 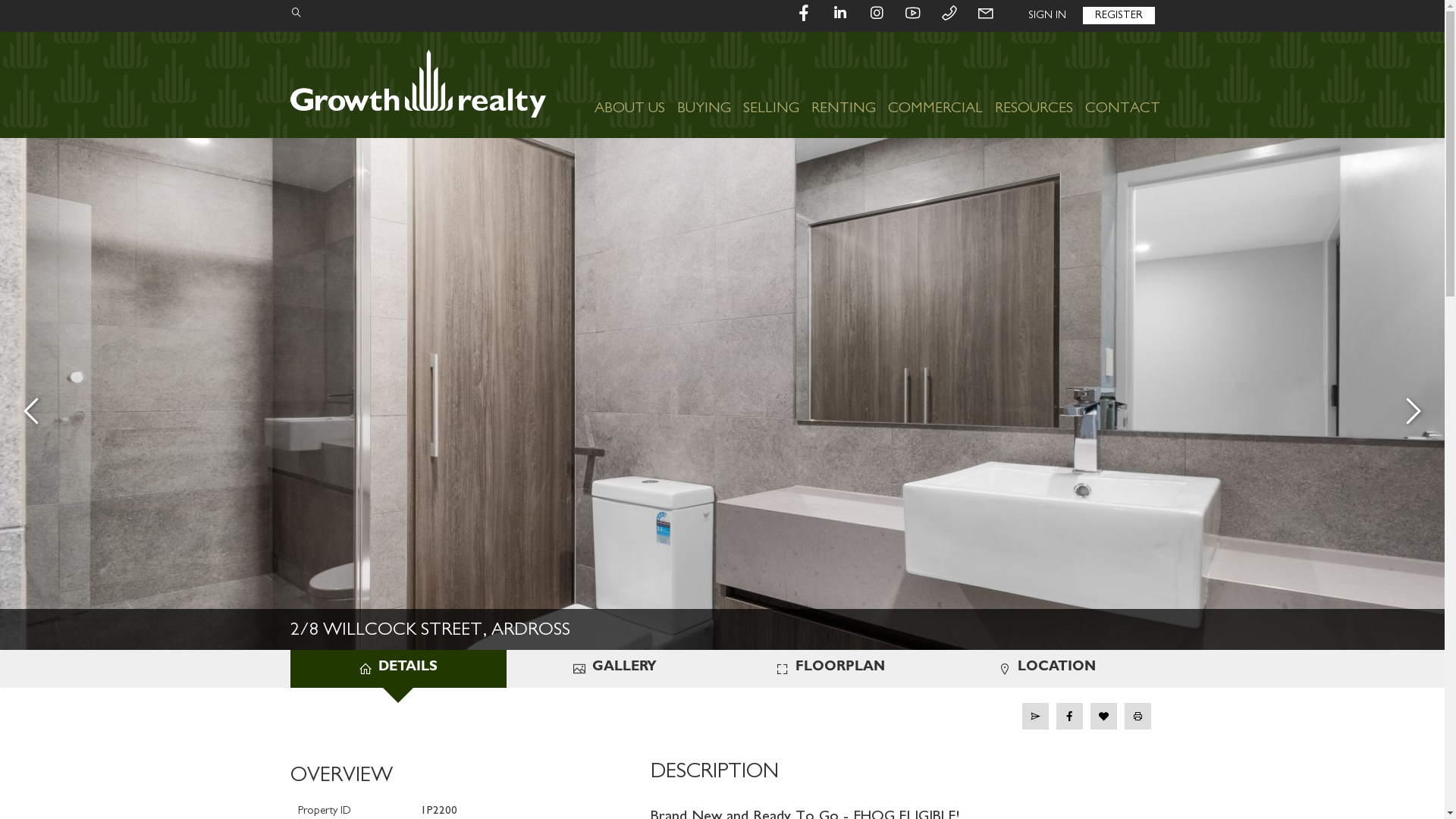 I want to click on 'SELLING', so click(x=771, y=84).